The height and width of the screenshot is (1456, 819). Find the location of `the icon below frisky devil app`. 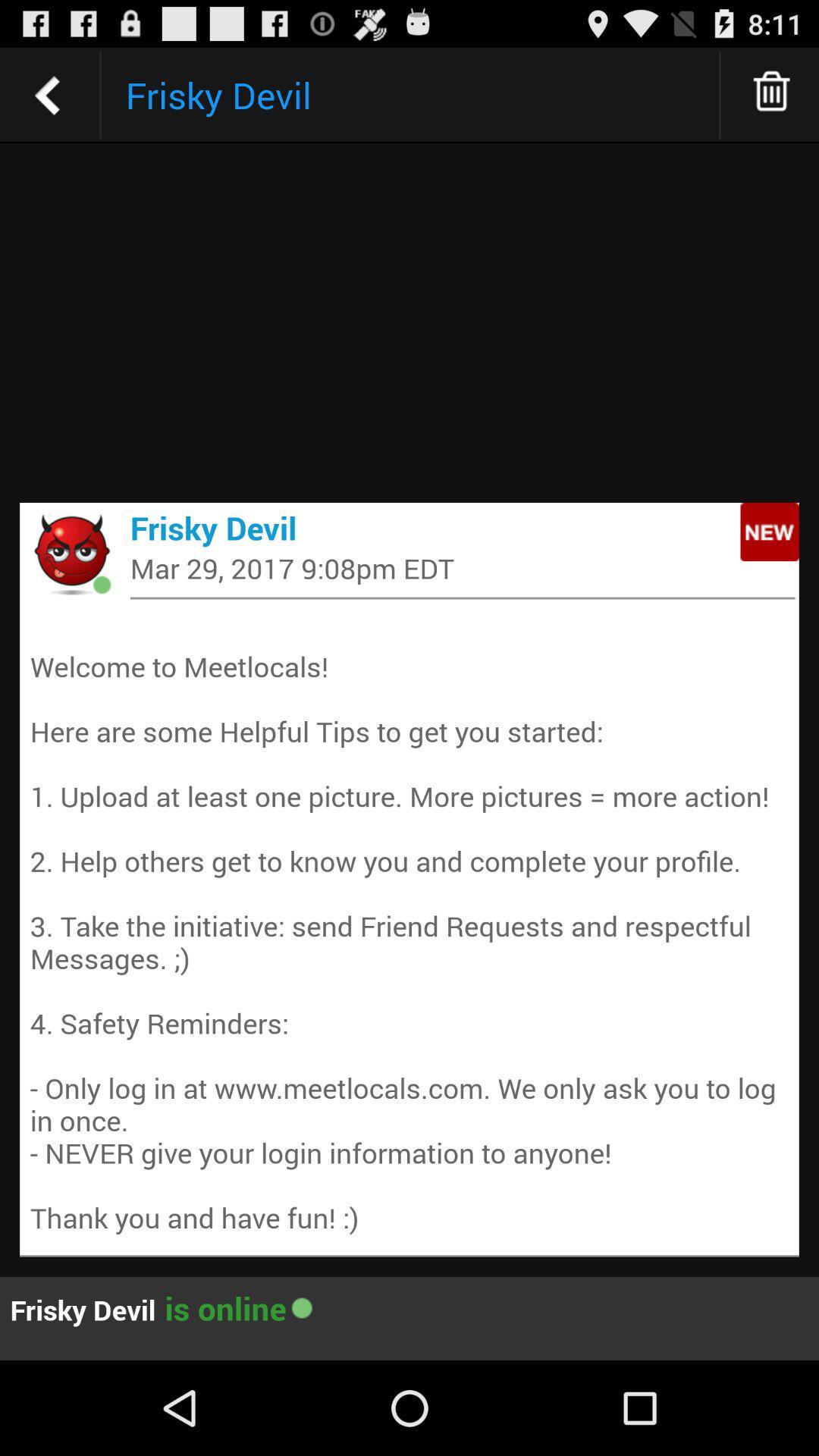

the icon below frisky devil app is located at coordinates (462, 567).